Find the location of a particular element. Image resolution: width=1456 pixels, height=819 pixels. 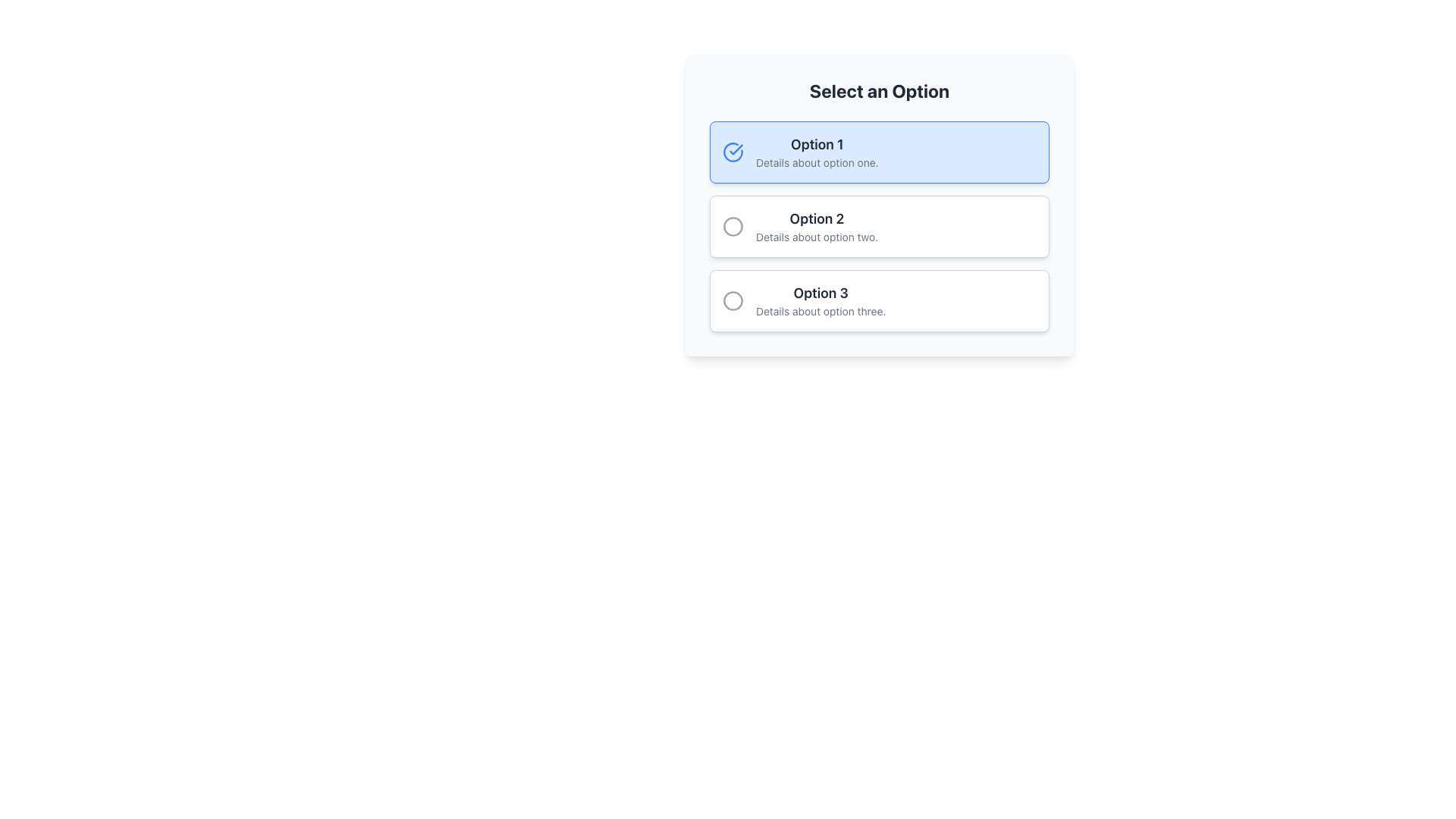

the text label that reads 'Details about option two.', which is located below the 'Option 2' title in the second option box is located at coordinates (816, 237).